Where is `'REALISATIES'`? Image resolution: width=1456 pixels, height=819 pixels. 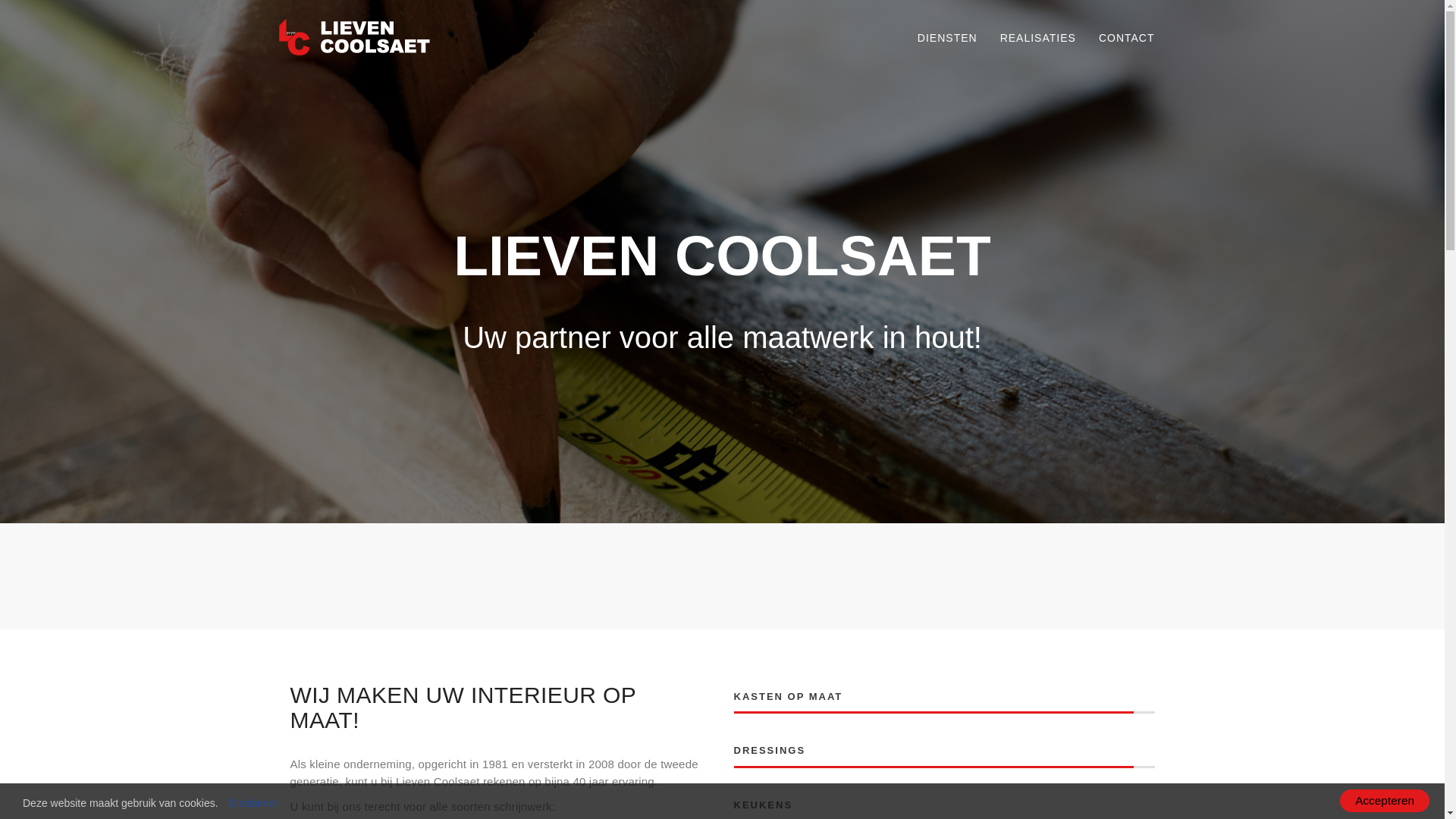
'REALISATIES' is located at coordinates (989, 37).